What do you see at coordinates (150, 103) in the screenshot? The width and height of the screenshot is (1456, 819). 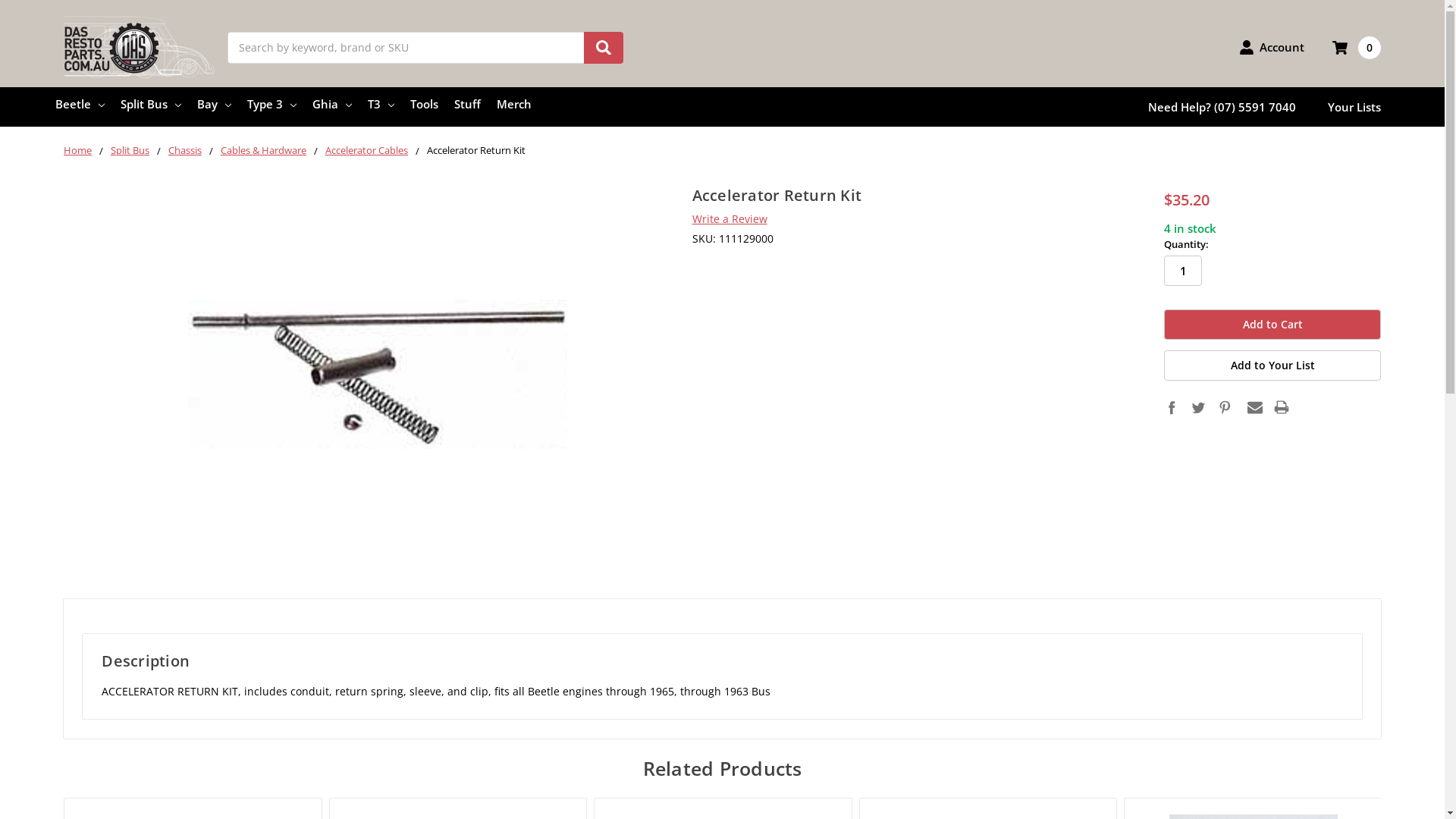 I see `'Split Bus'` at bounding box center [150, 103].